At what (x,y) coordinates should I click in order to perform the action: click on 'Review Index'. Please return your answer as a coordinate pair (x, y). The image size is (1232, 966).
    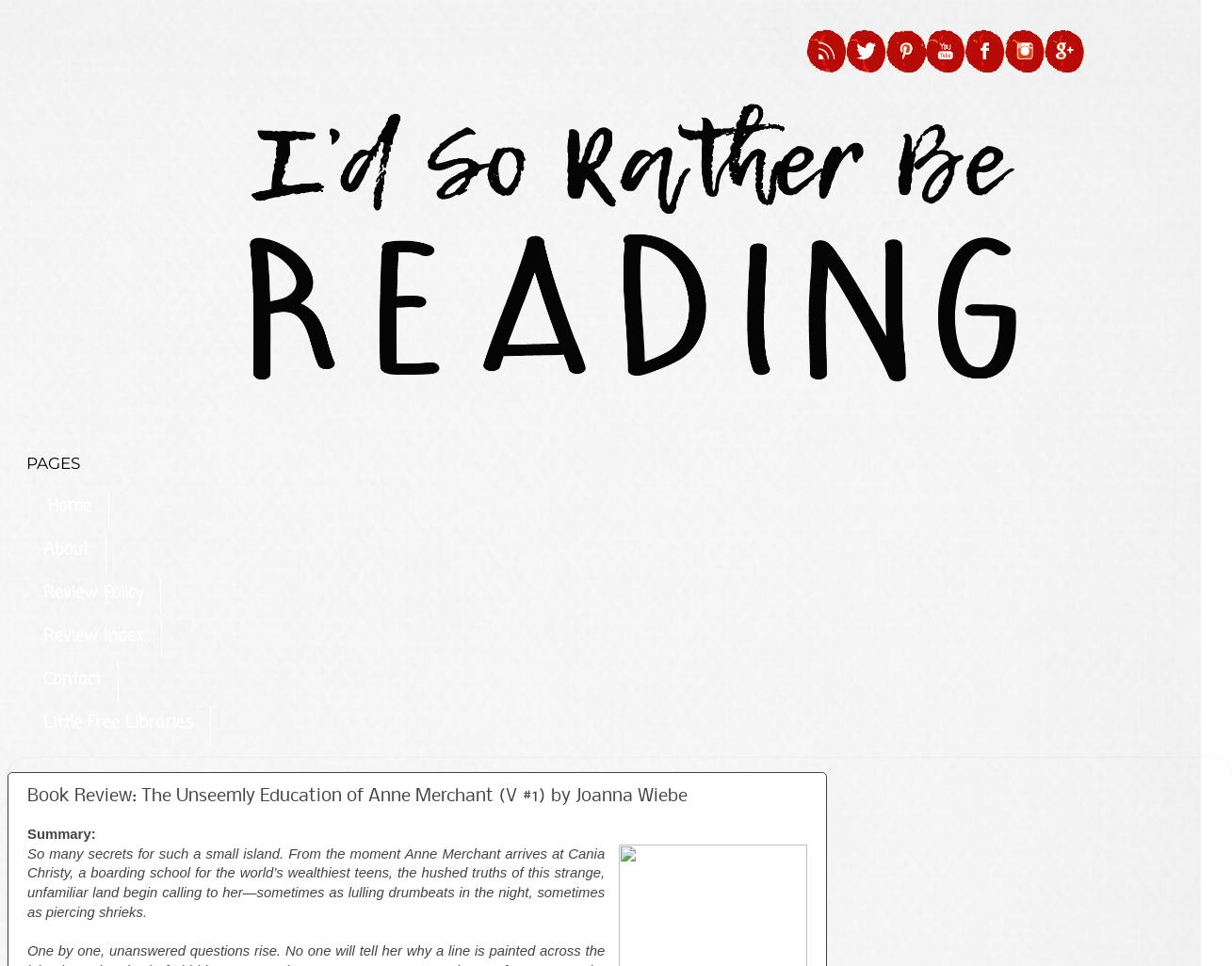
    Looking at the image, I should click on (92, 636).